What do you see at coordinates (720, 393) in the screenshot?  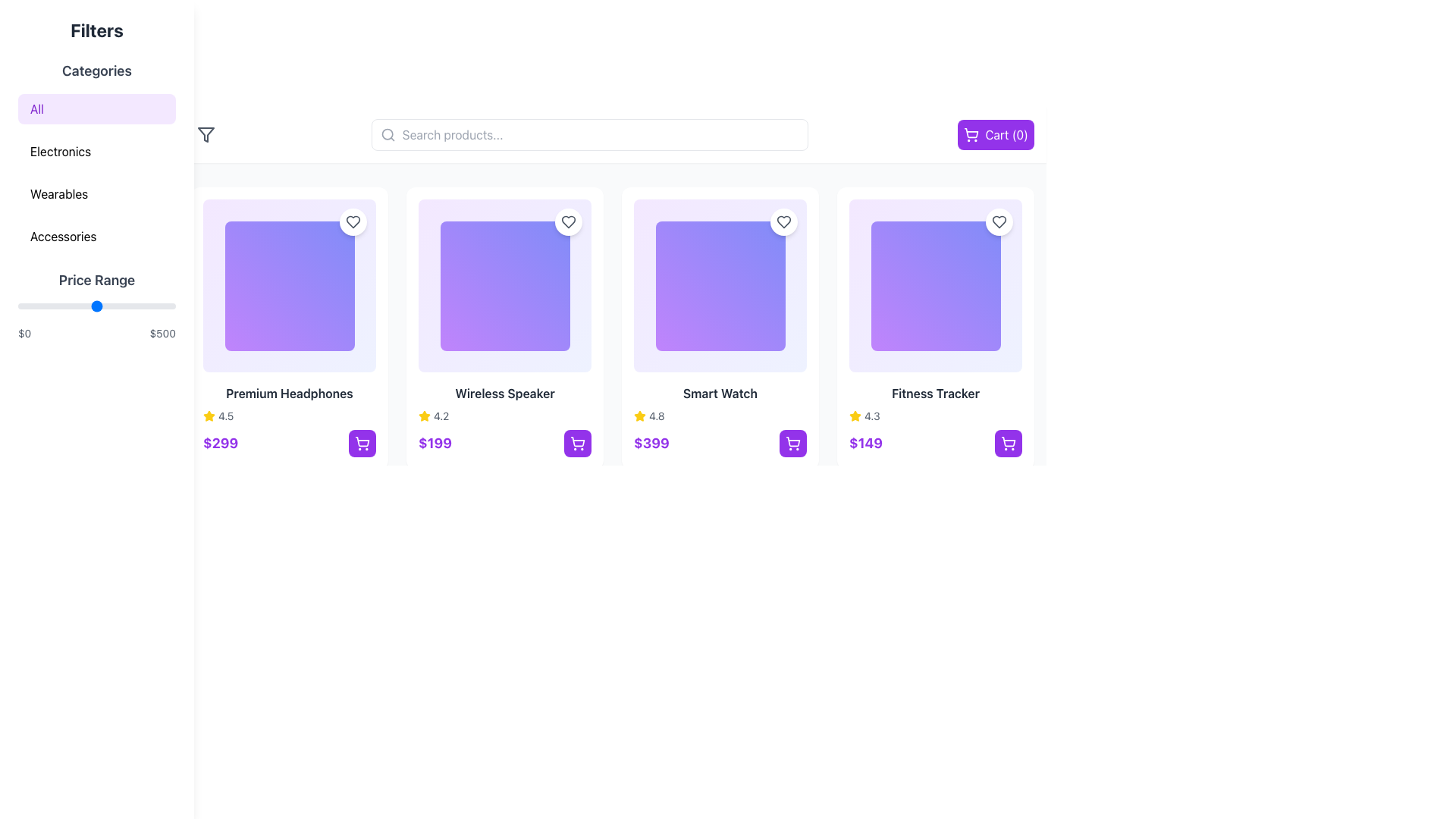 I see `the static text element titled 'Smart Watch' located on the product card, which is the third card in a horizontal row of four cards, positioned directly below the image placeholder` at bounding box center [720, 393].